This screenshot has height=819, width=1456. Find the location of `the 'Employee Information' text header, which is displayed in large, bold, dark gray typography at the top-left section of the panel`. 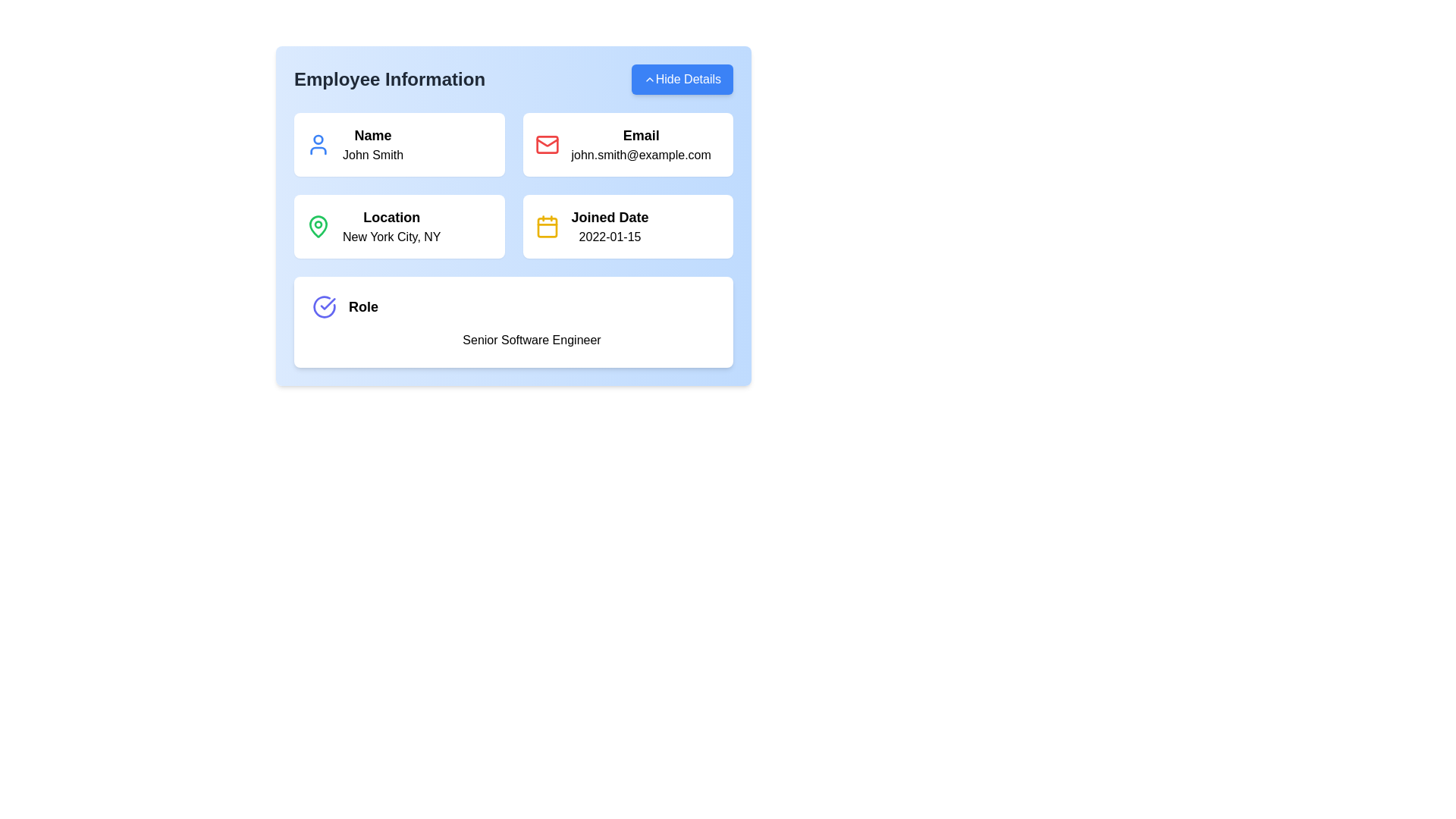

the 'Employee Information' text header, which is displayed in large, bold, dark gray typography at the top-left section of the panel is located at coordinates (389, 79).